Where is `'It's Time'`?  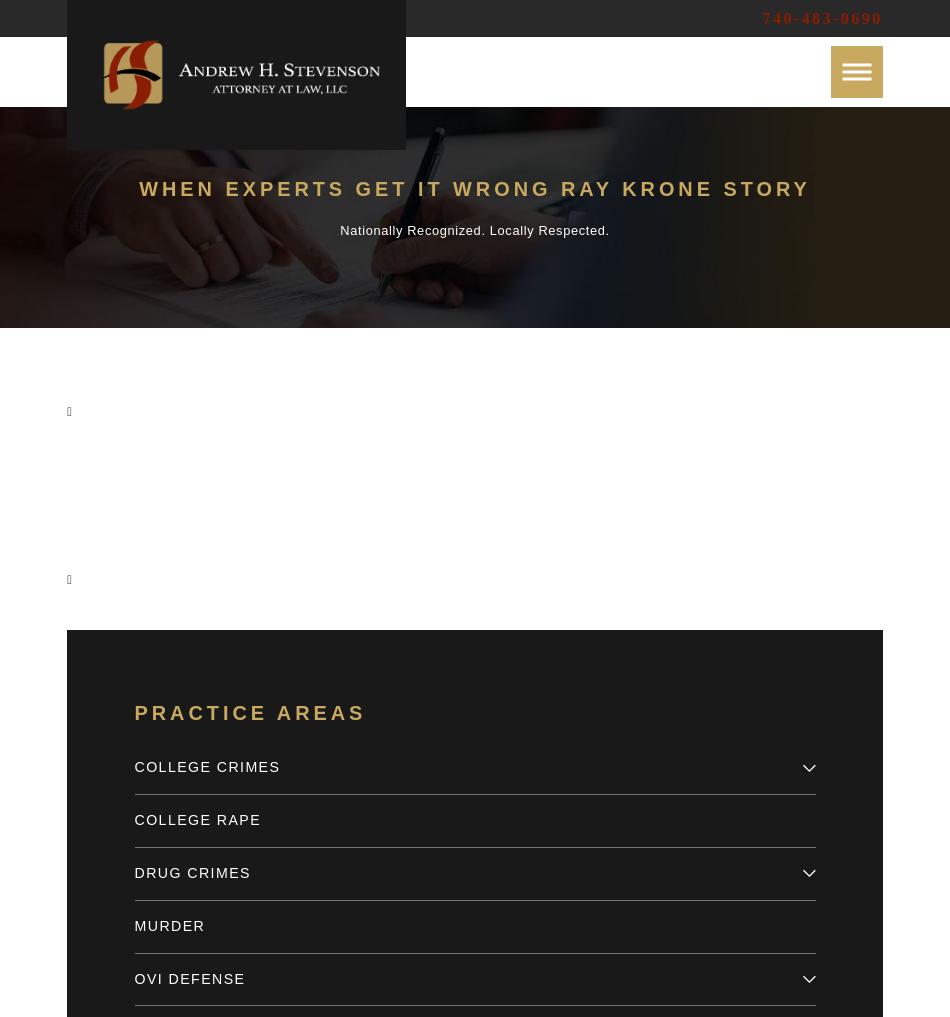
'It's Time' is located at coordinates (363, 502).